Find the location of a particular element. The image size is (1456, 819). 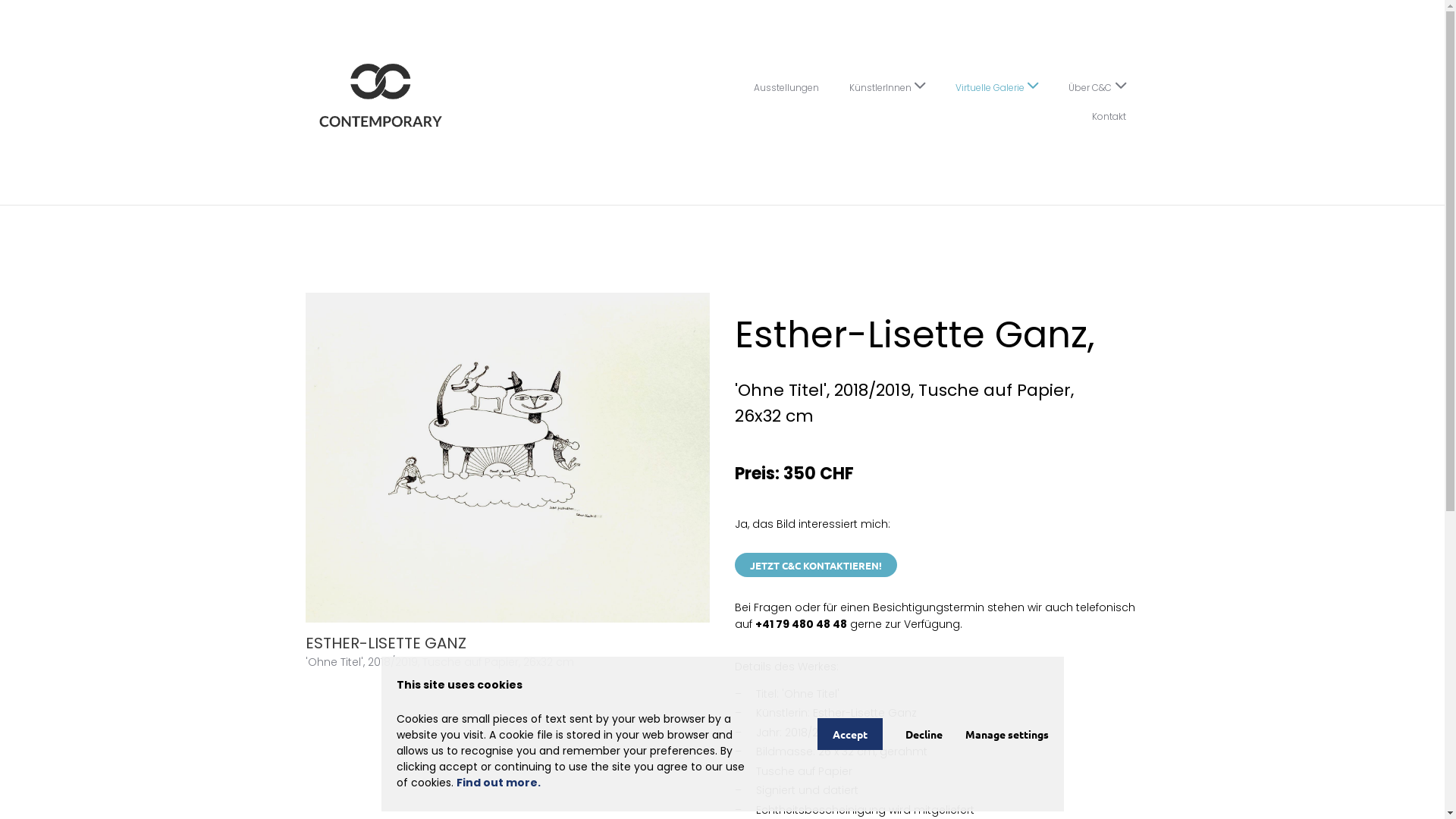

'ESTHER-LISETTE GANZ' is located at coordinates (507, 457).